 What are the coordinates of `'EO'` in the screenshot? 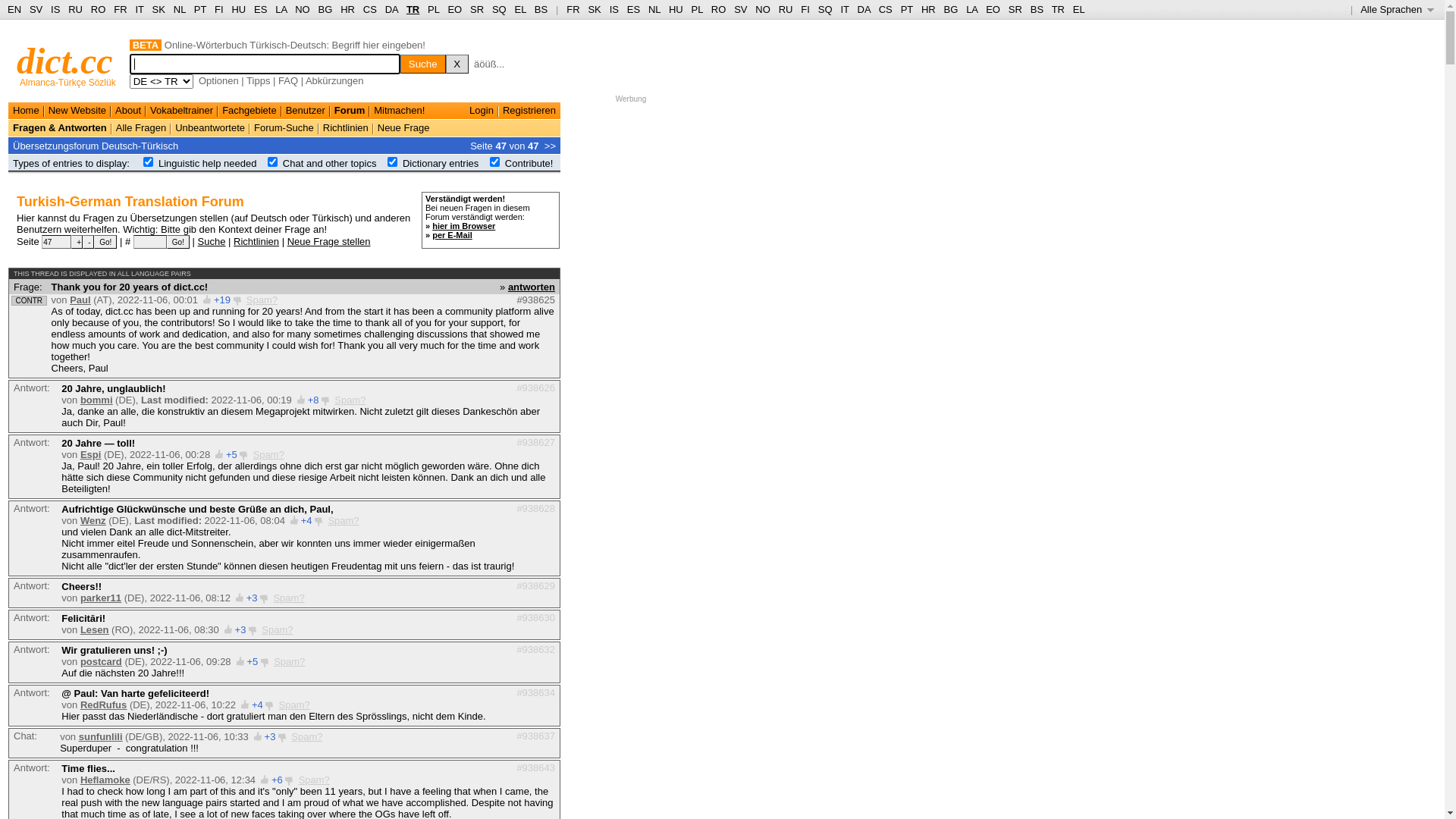 It's located at (986, 9).